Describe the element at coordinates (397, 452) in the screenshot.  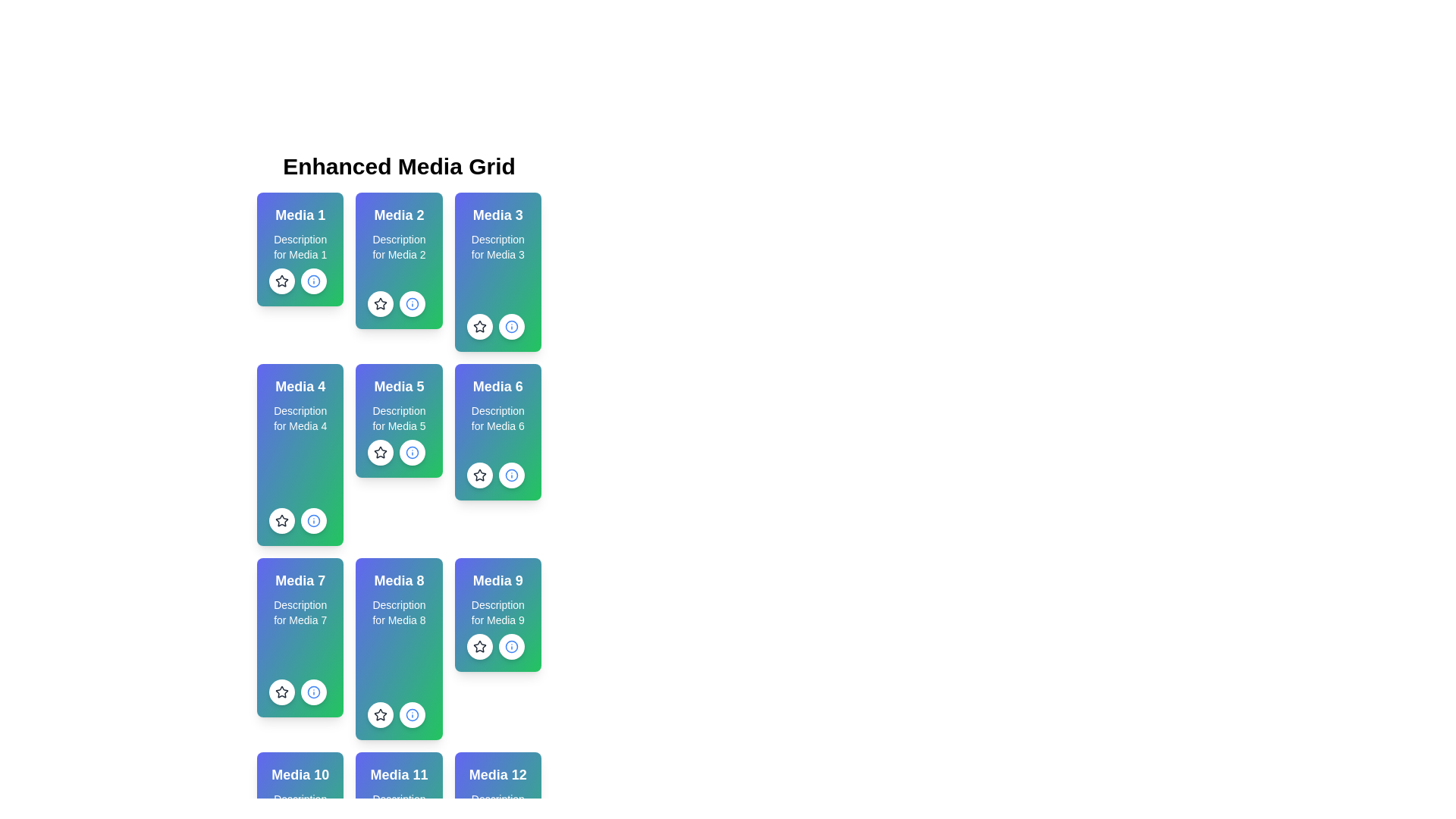
I see `the gray star outline icon at the bottom-left corner of the 'Media 5' card to mark it as a favorite` at that location.